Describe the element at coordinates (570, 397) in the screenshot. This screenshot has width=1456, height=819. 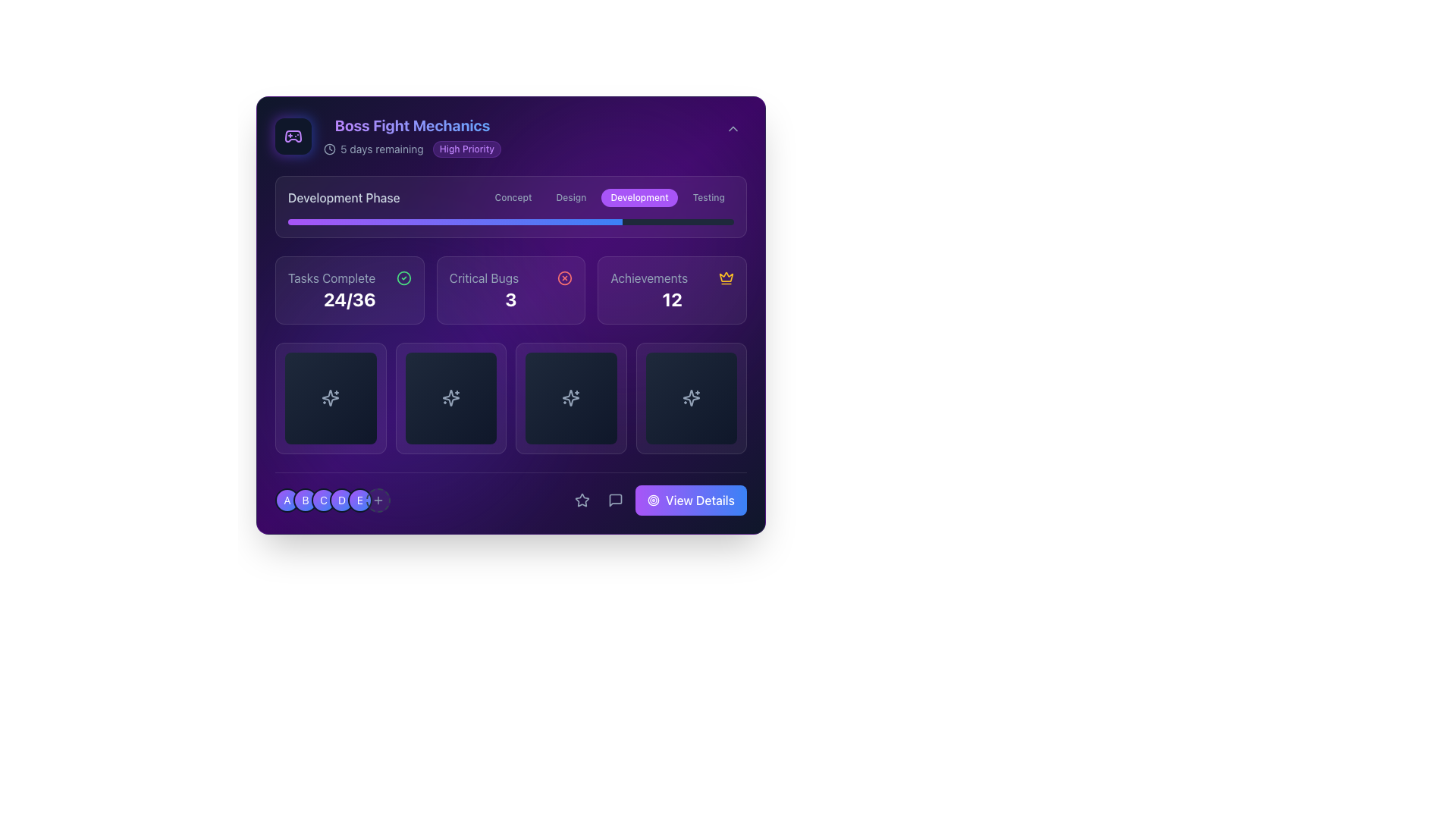
I see `the four-pointed star icon with sparkles that changes color when hovered, located in the third position of the icon grid at the bottom of the main card interface` at that location.